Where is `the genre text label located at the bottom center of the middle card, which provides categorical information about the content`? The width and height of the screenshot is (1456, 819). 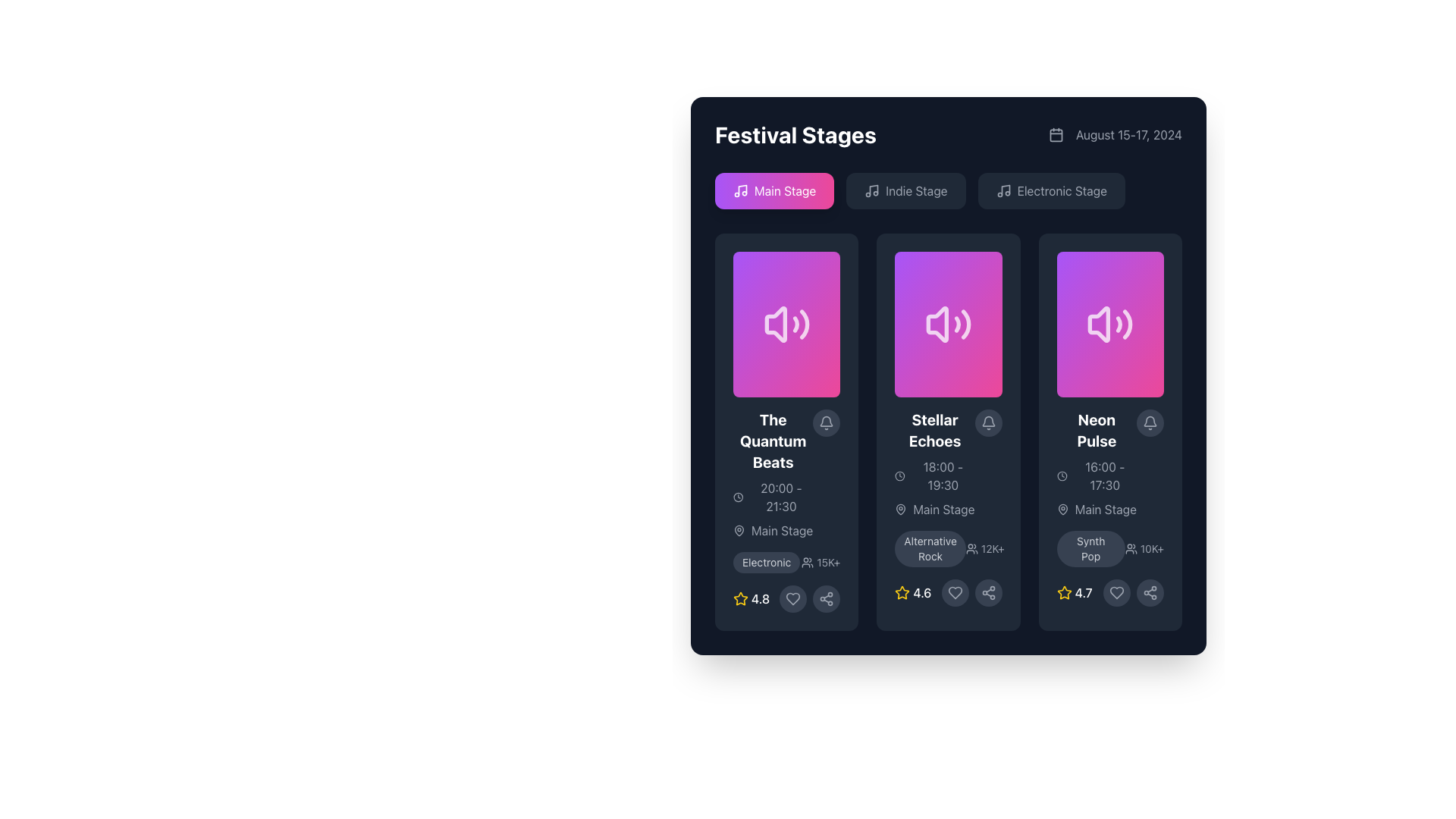
the genre text label located at the bottom center of the middle card, which provides categorical information about the content is located at coordinates (930, 549).